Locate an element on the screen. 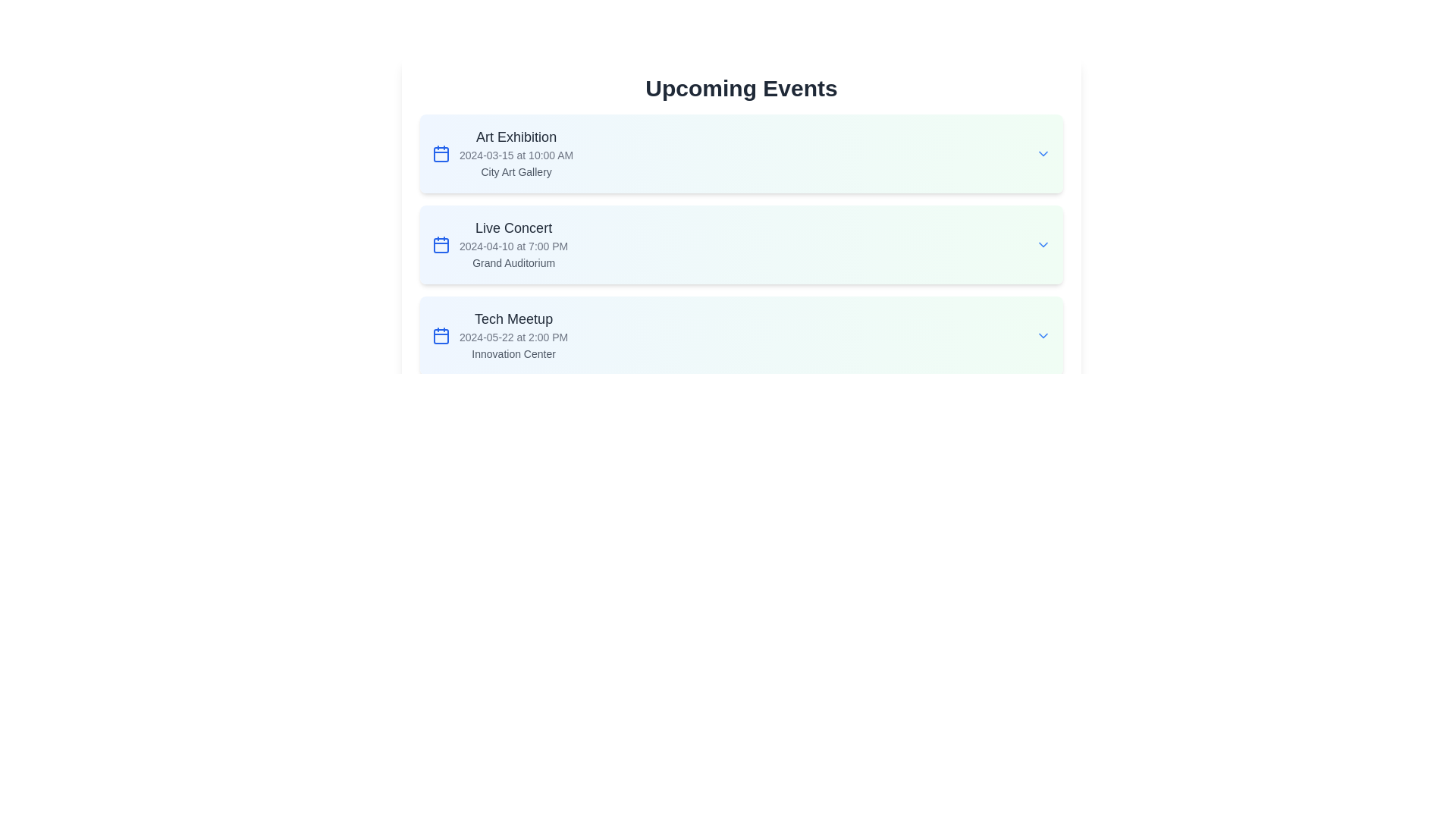 The image size is (1456, 819). the static text label indicating the location of the 'Art Exhibition', which is the third line on the event card in the 'Upcoming Events' list is located at coordinates (516, 171).